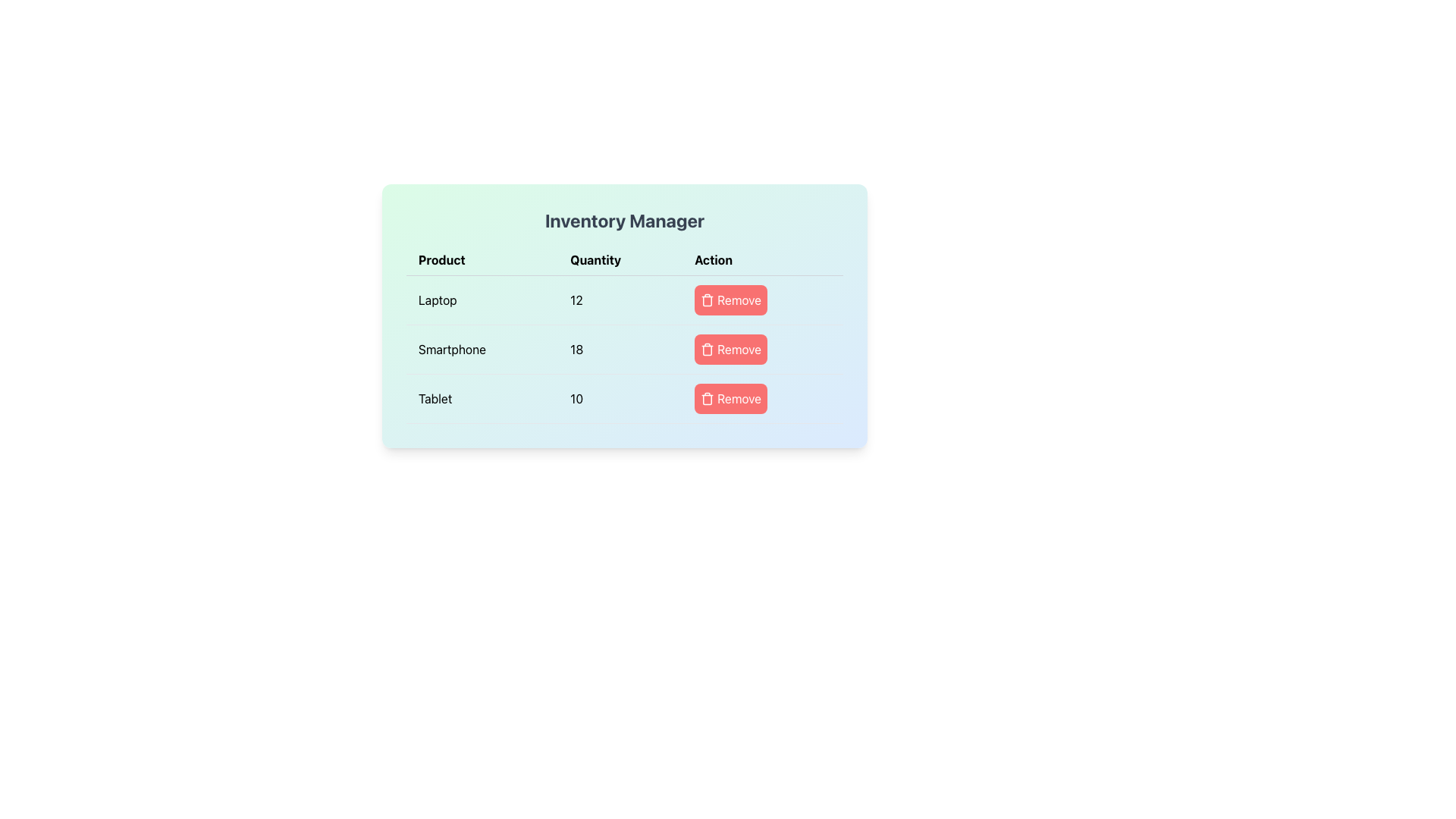 Image resolution: width=1456 pixels, height=819 pixels. What do you see at coordinates (625, 300) in the screenshot?
I see `the quantity of the first inventory item in the table row labeled 'Laptop', which is displayed in the second column as '12'` at bounding box center [625, 300].